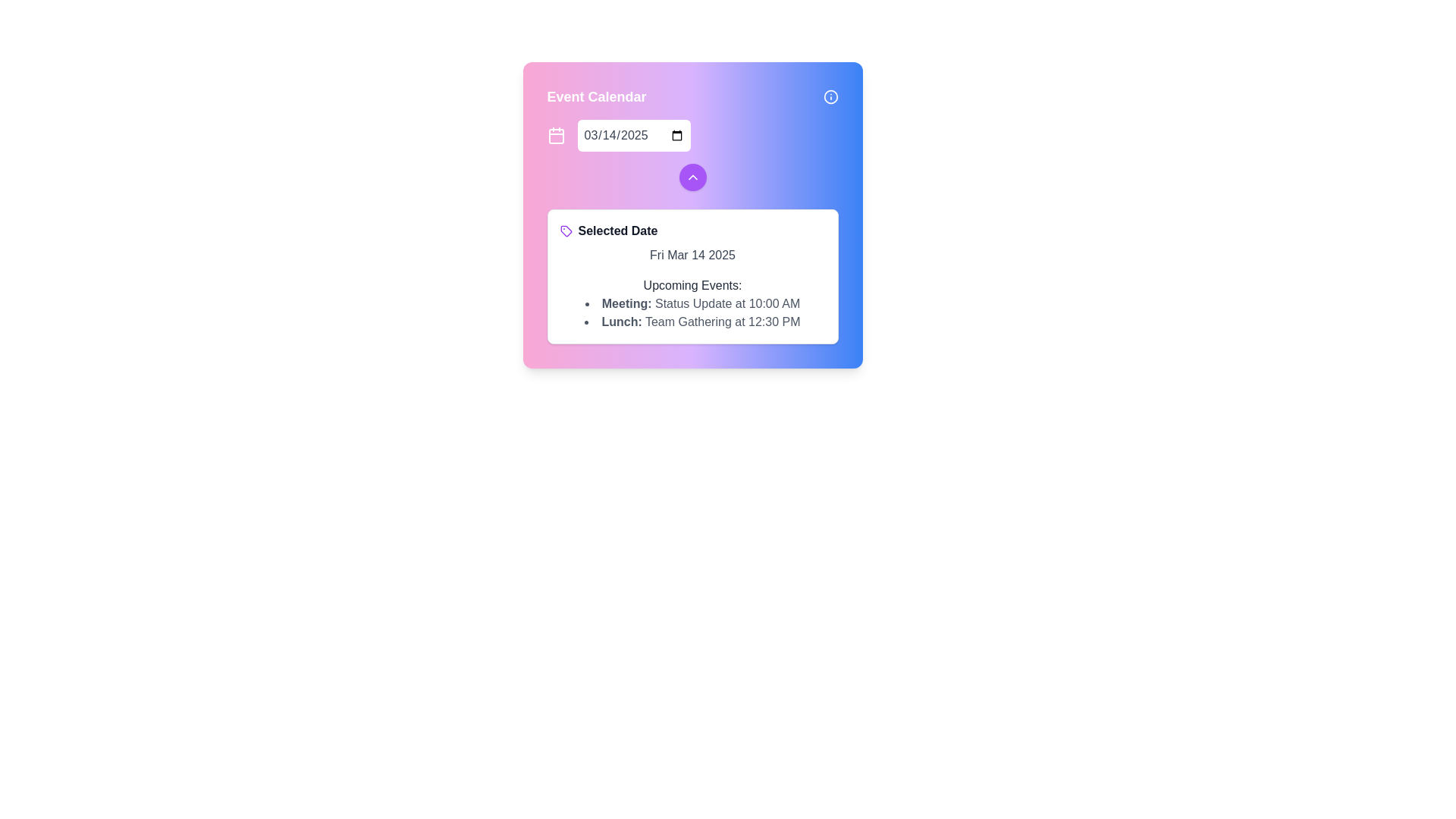 This screenshot has height=819, width=1456. I want to click on the text label displaying the date 'Fri Mar 14 2025', which is located below the 'Selected Date' label in the white card section of the UI, so click(692, 254).